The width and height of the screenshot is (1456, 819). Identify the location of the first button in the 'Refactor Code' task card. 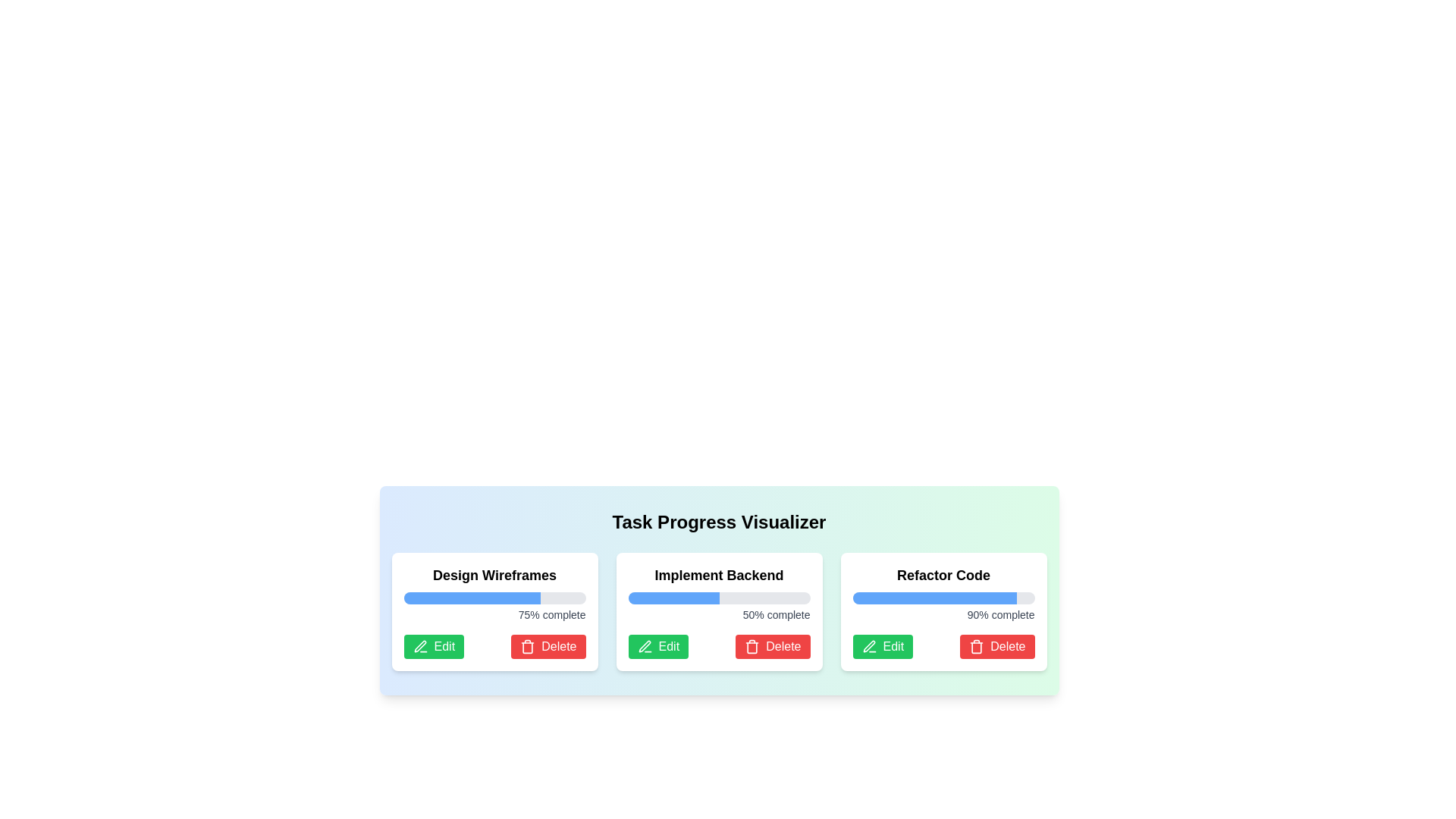
(883, 646).